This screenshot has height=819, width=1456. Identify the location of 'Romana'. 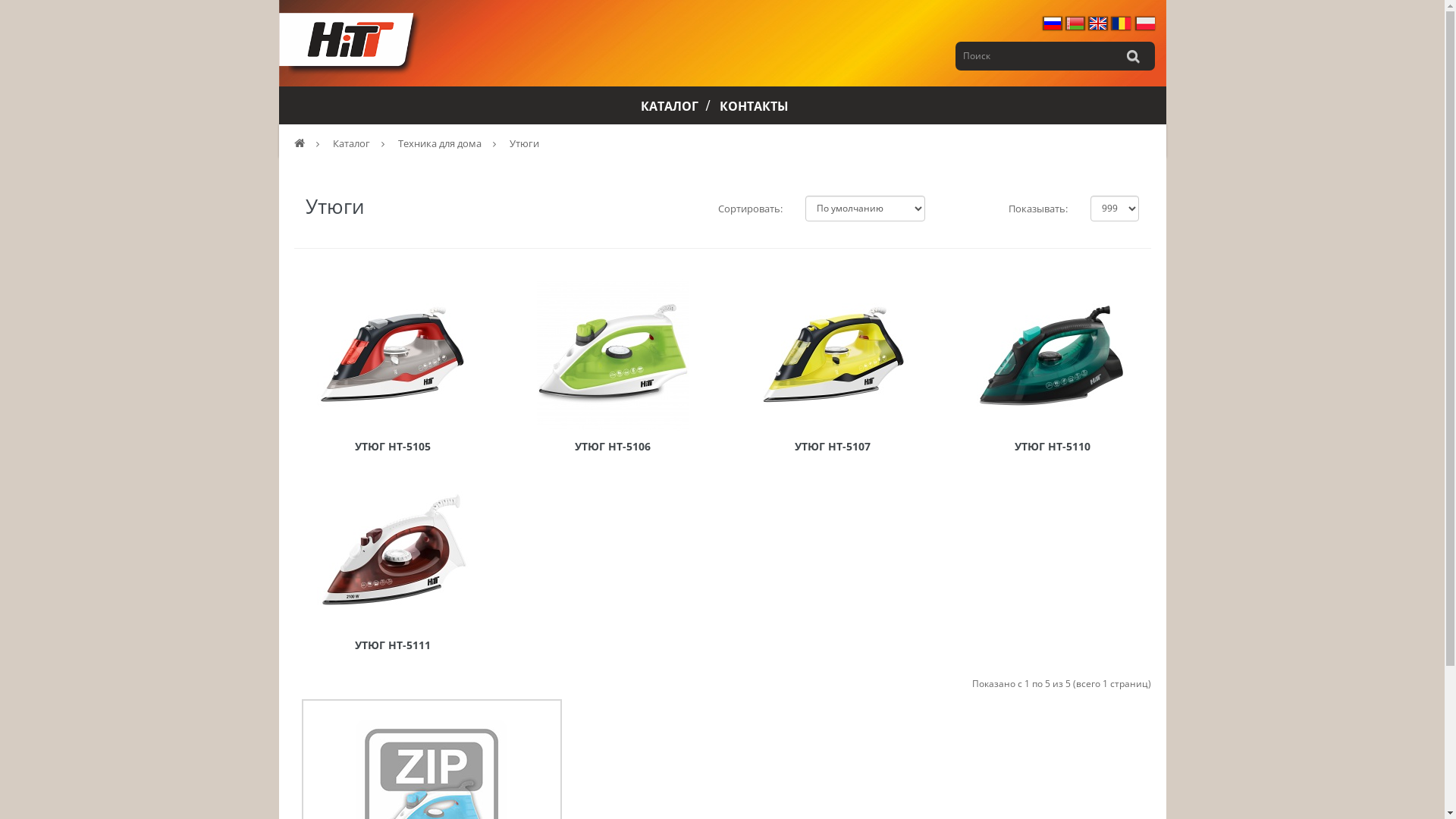
(1121, 23).